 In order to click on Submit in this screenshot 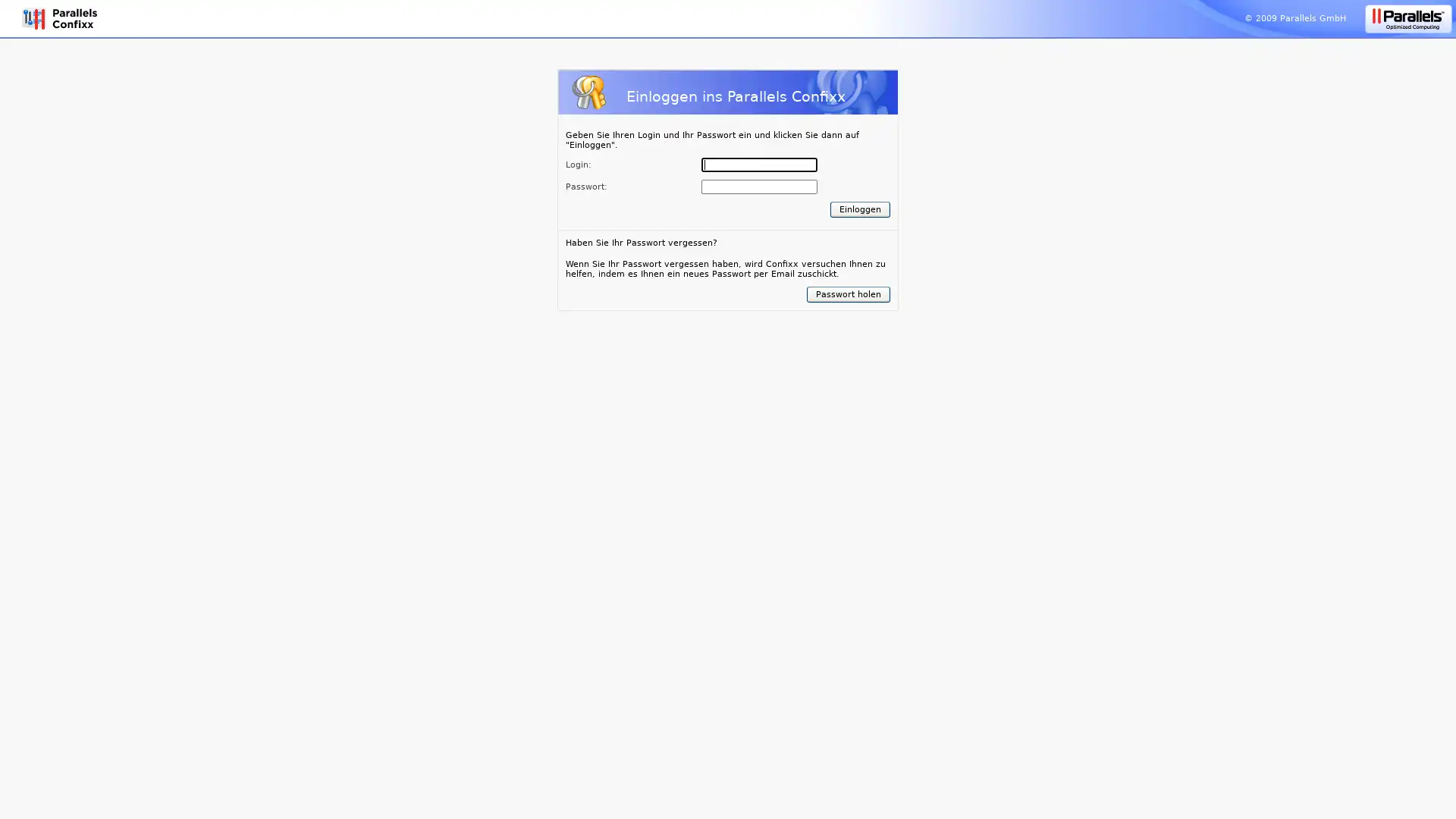, I will do `click(811, 294)`.